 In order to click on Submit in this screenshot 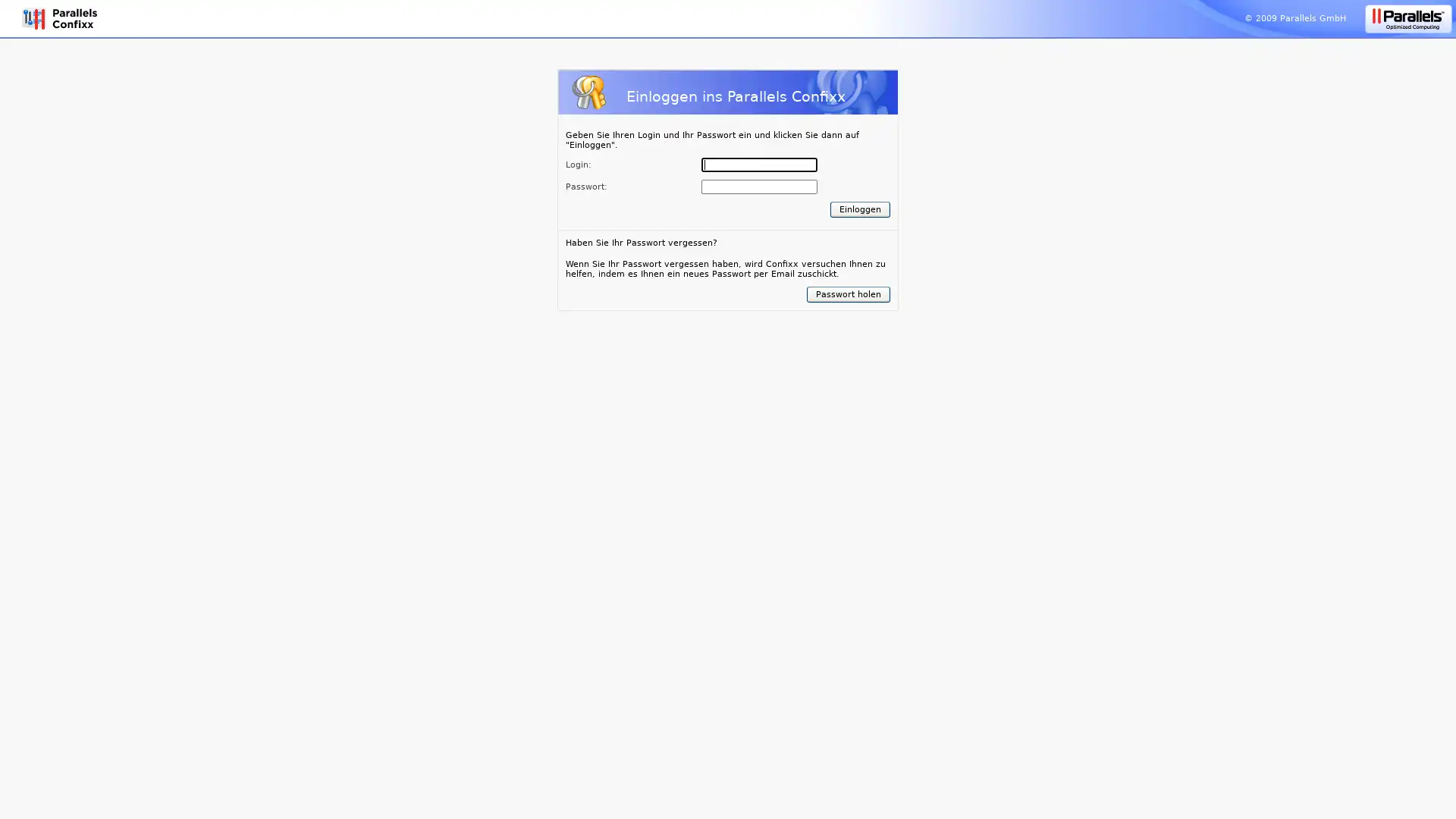, I will do `click(811, 294)`.